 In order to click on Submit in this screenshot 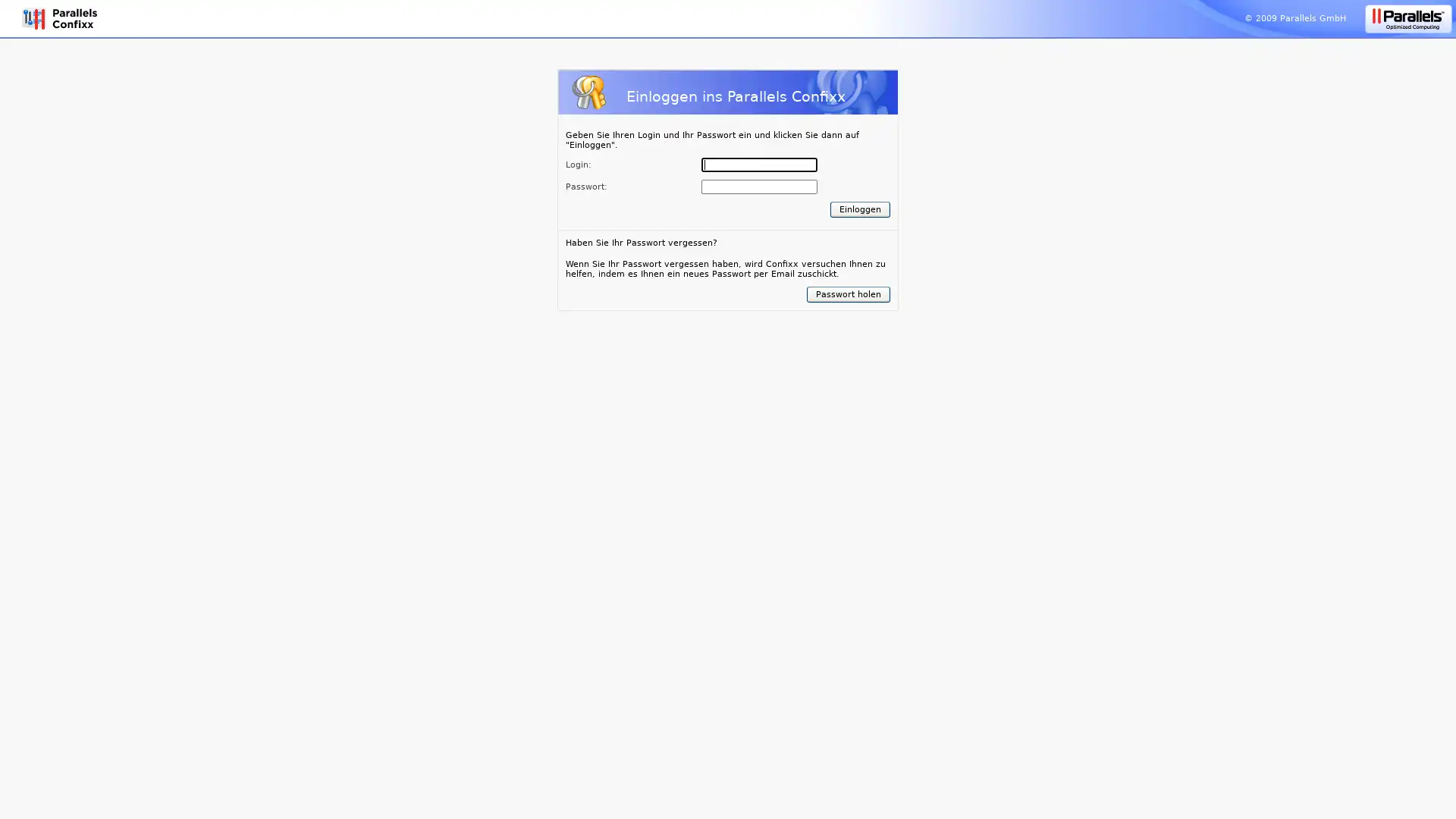, I will do `click(811, 294)`.